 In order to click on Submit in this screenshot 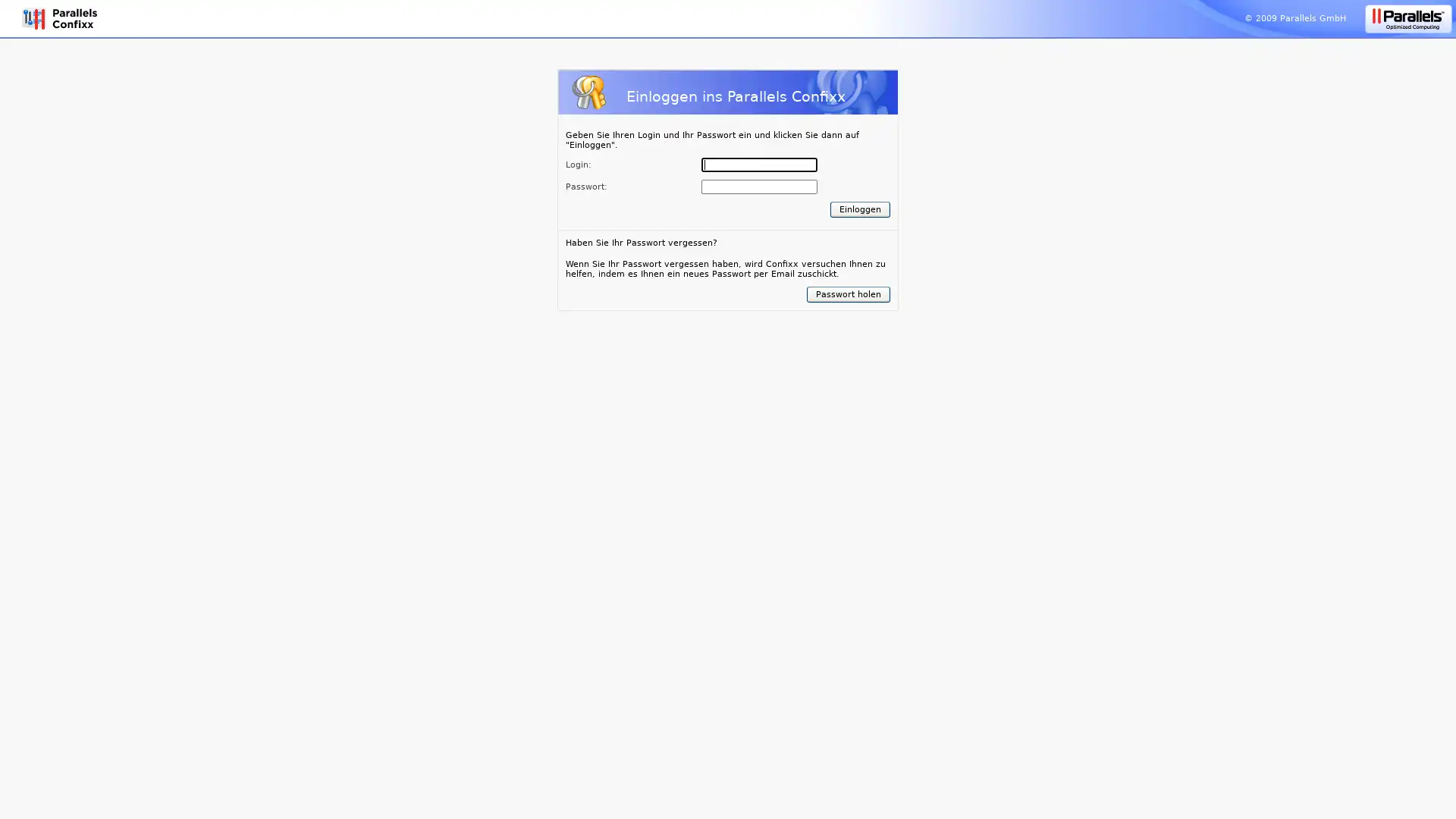, I will do `click(811, 294)`.